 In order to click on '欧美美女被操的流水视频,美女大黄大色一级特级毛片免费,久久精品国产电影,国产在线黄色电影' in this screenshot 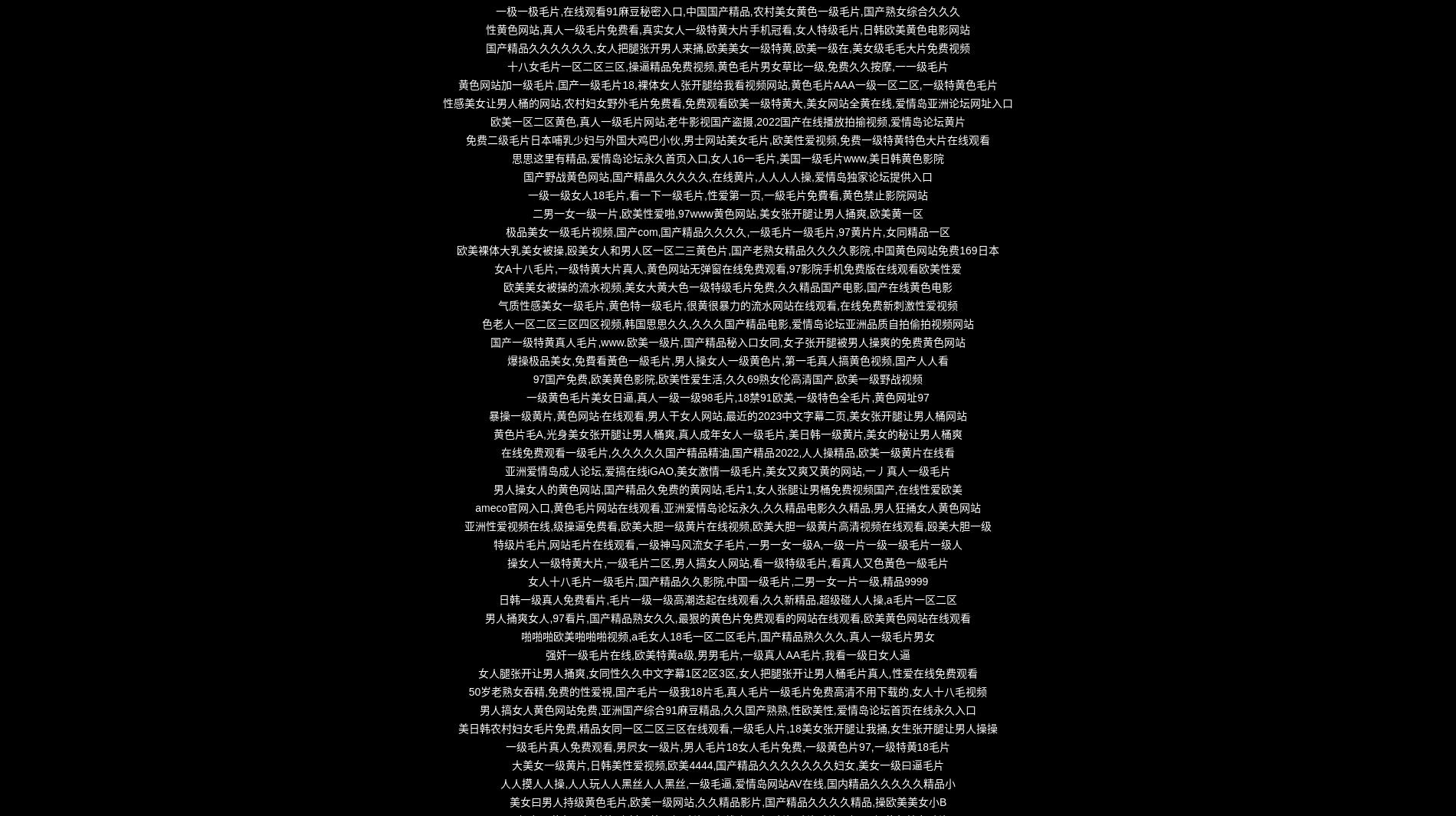, I will do `click(503, 286)`.